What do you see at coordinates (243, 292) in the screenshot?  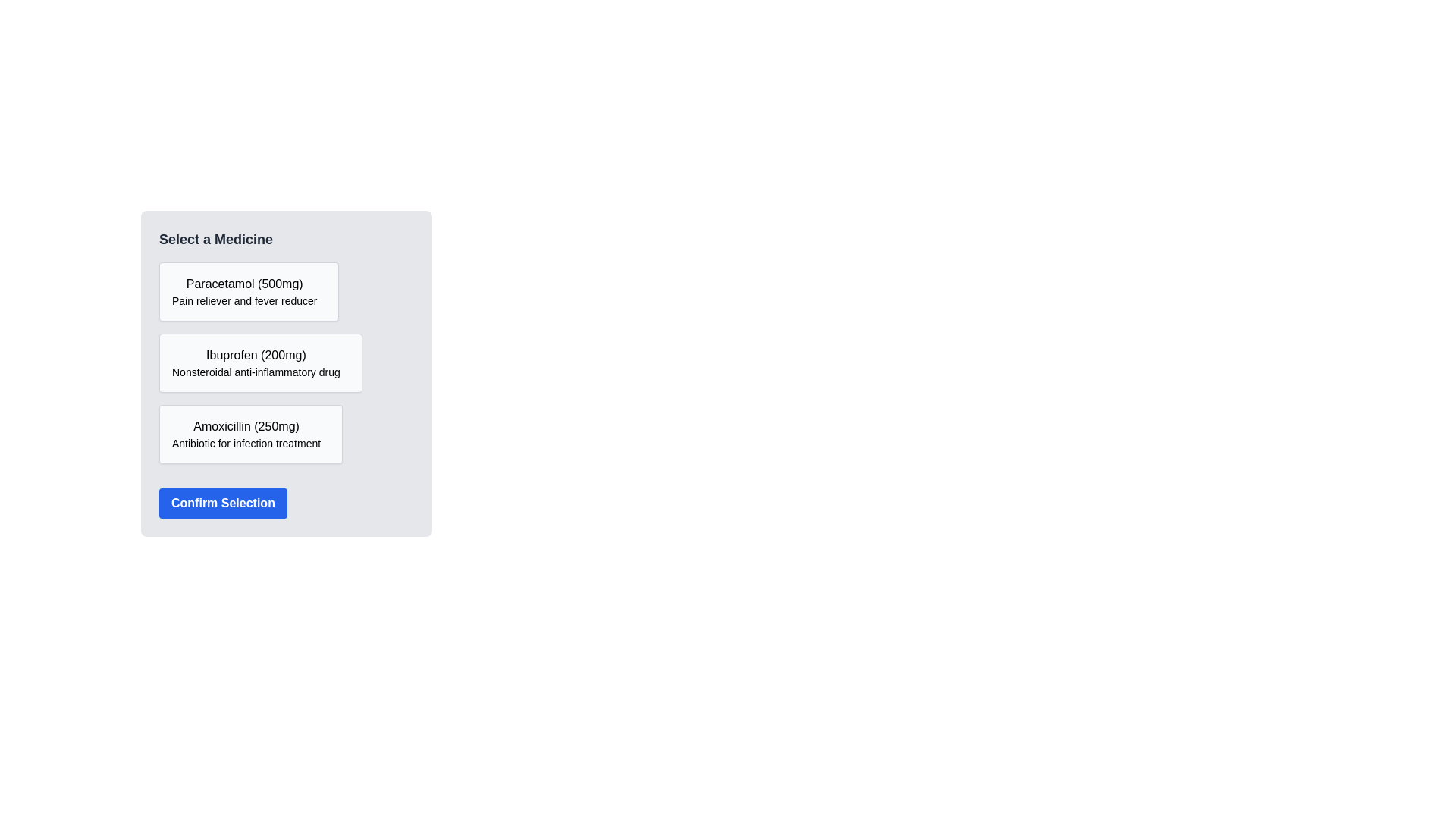 I see `the first selectable option 'Paracetamol (500mg)' in the vertically stacked list within the dialog box` at bounding box center [243, 292].